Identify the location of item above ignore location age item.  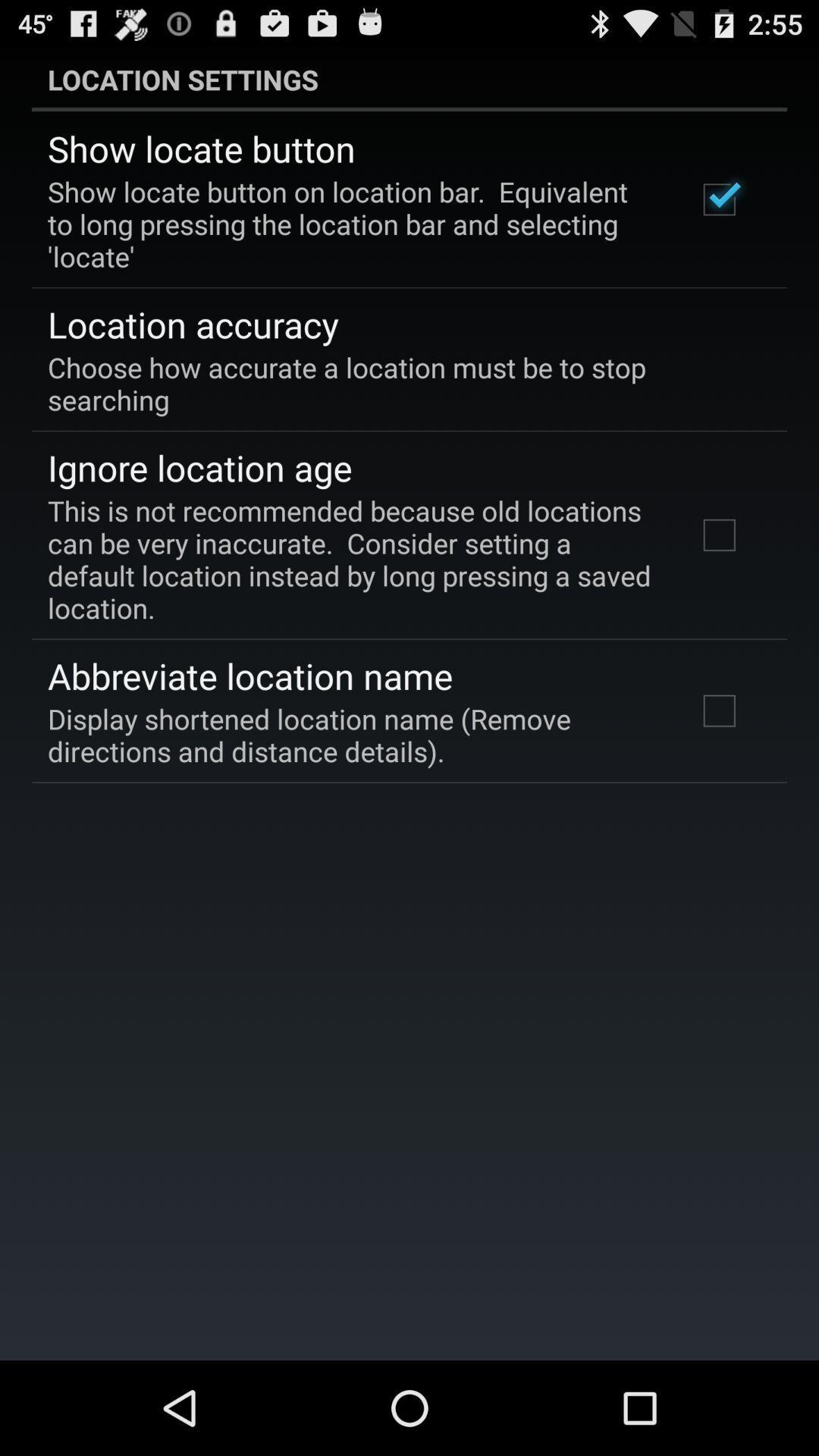
(398, 383).